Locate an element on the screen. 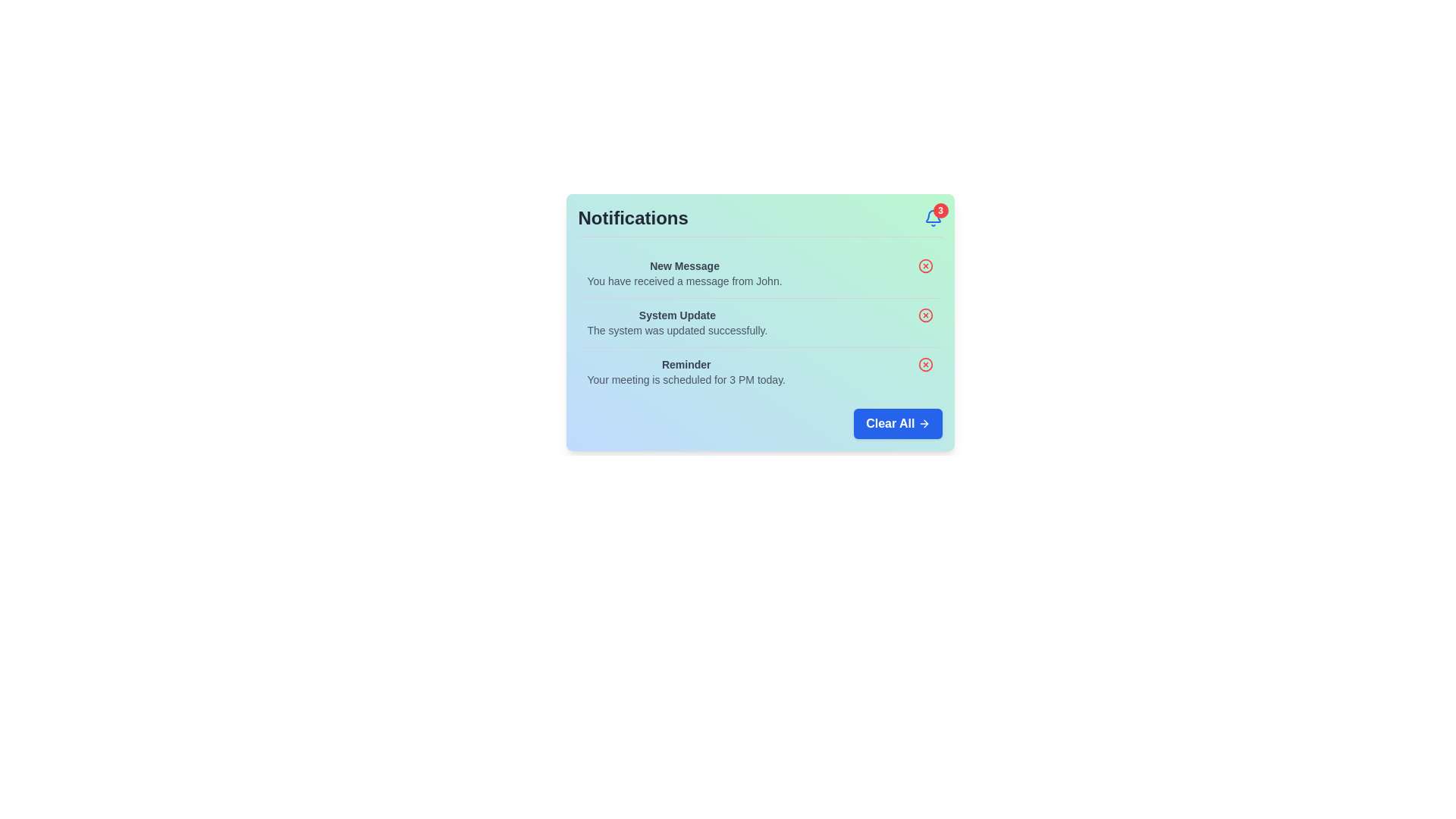  the second notification entry in the gradient-styled notification panel that displays 'System Update' and 'The system was updated successfully.' is located at coordinates (760, 322).